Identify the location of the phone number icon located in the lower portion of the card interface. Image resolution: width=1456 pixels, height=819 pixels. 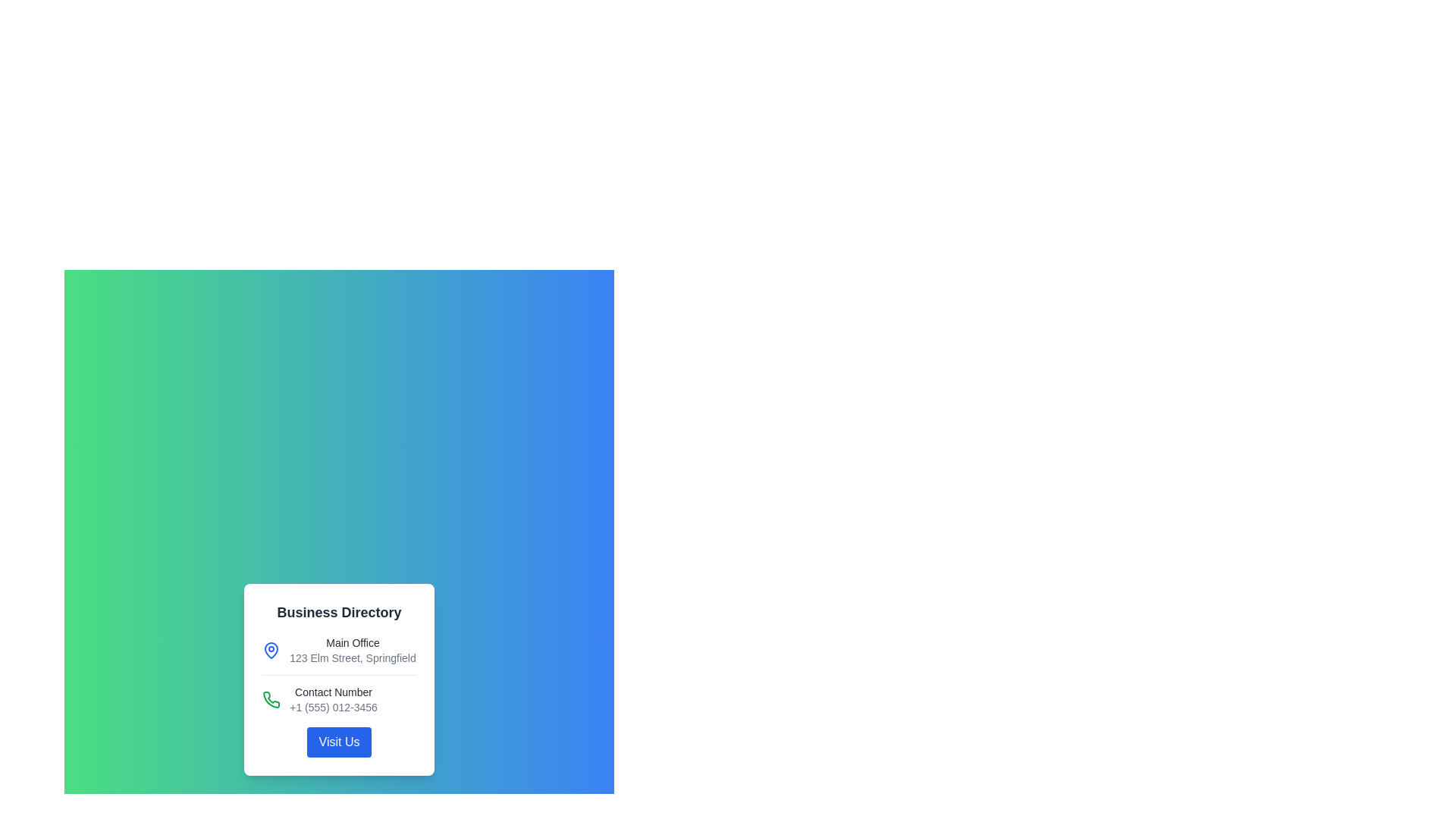
(271, 699).